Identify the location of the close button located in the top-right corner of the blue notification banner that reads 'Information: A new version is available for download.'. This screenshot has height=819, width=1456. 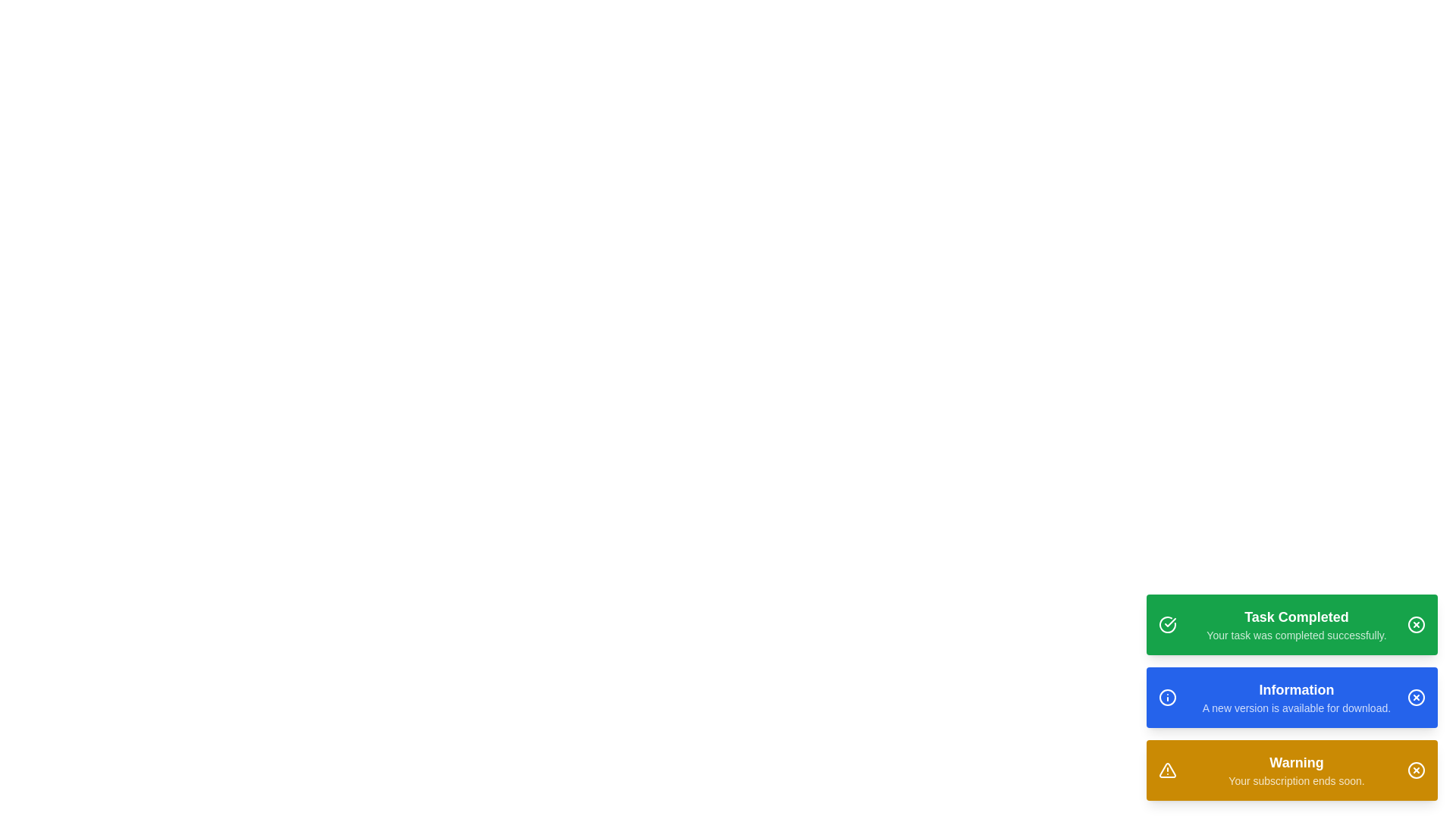
(1415, 698).